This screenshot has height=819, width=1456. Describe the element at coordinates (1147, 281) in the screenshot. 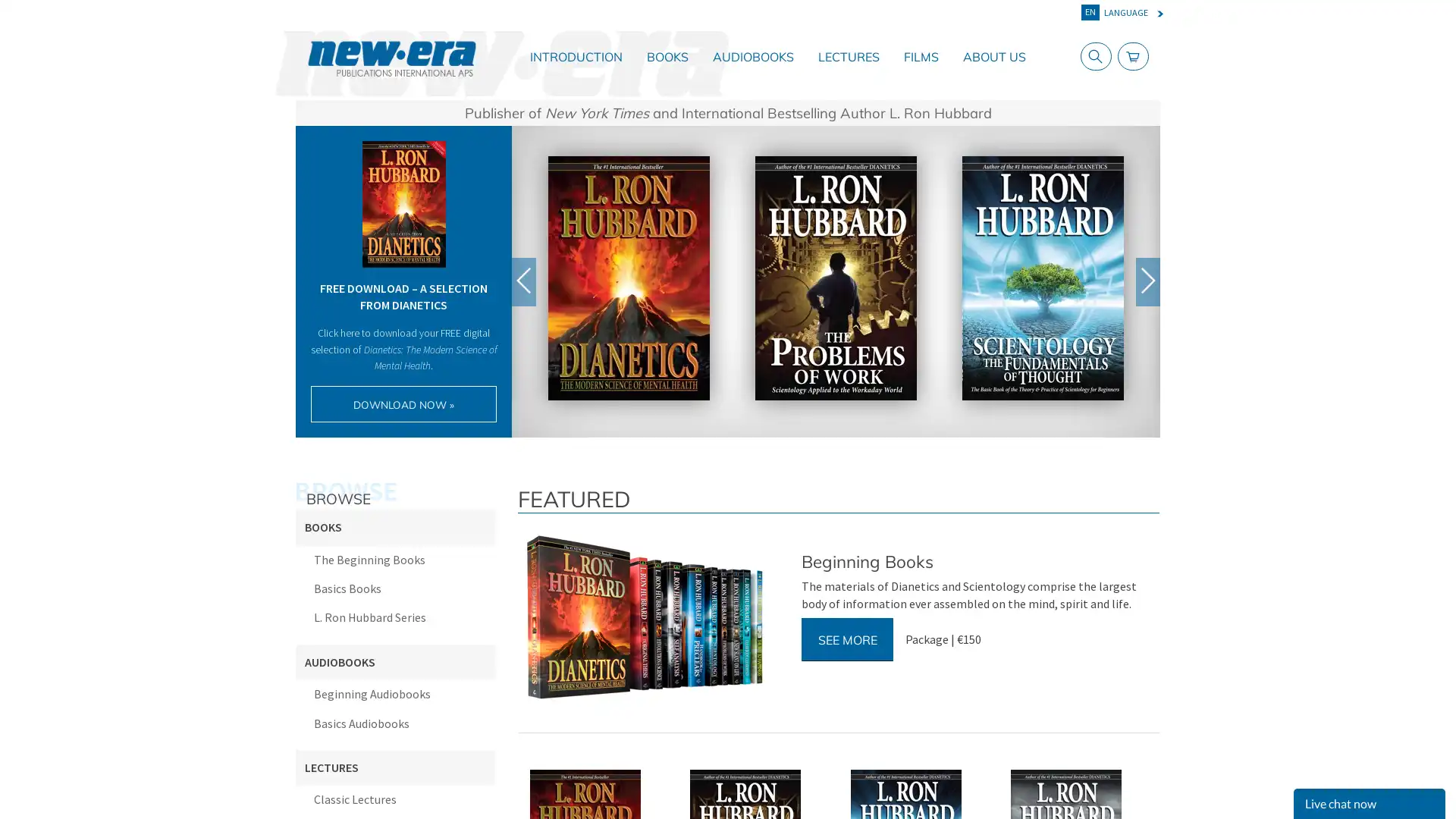

I see `Next slide` at that location.